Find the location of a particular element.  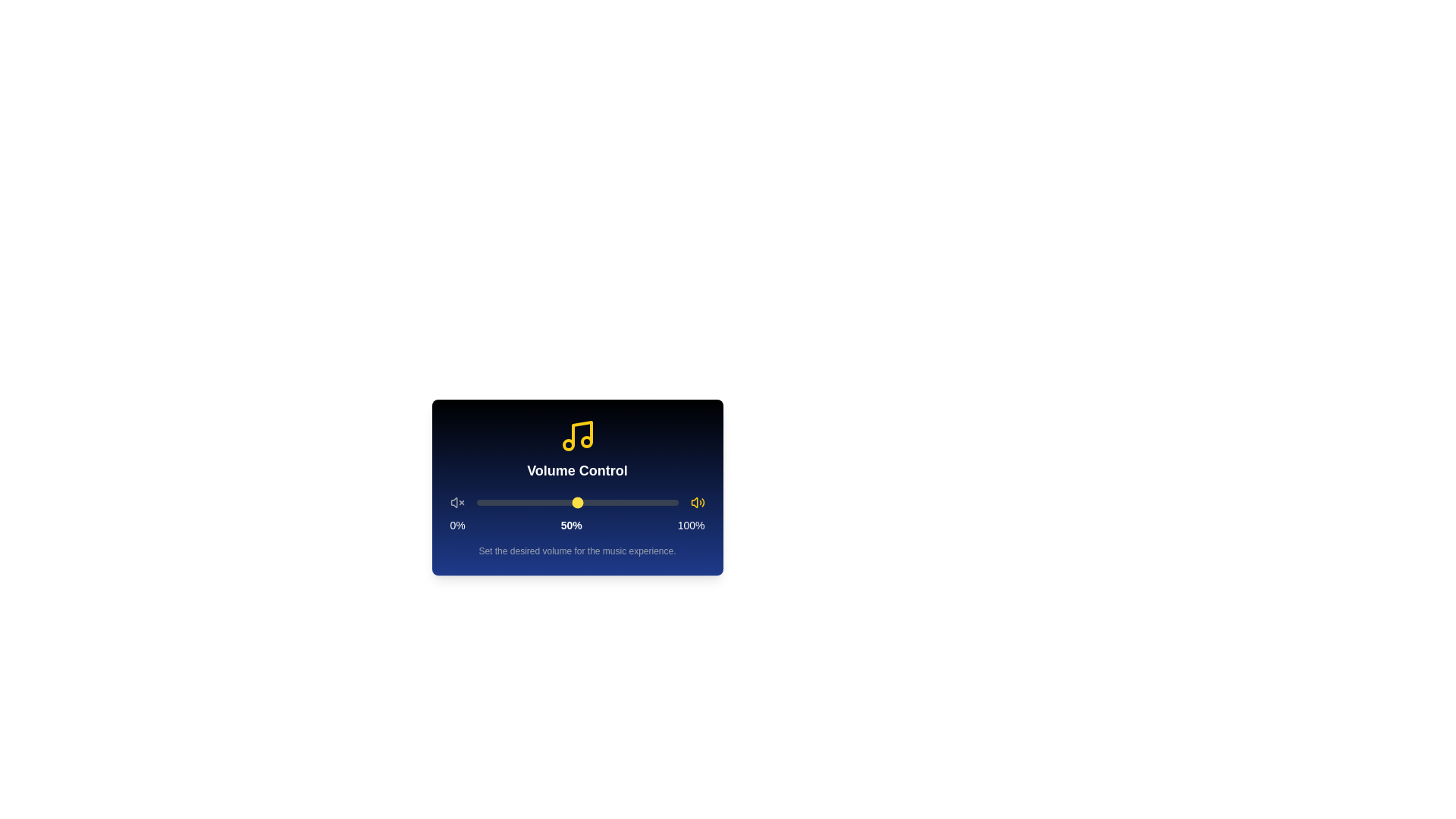

the volume slider to 69% is located at coordinates (615, 503).